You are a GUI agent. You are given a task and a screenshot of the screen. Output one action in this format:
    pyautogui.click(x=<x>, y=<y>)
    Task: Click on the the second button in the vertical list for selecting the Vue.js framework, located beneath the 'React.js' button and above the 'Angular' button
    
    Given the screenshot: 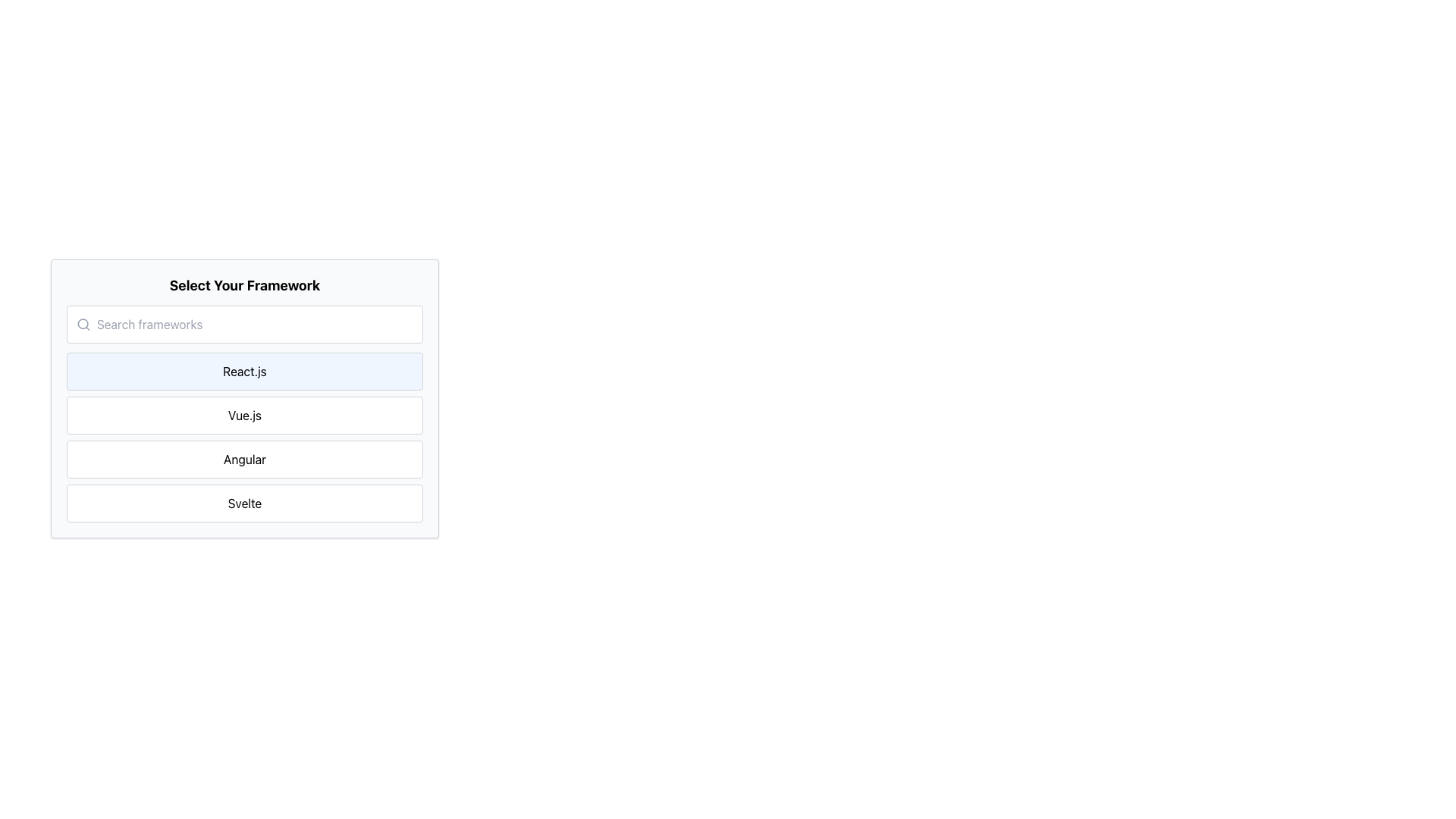 What is the action you would take?
    pyautogui.click(x=244, y=415)
    